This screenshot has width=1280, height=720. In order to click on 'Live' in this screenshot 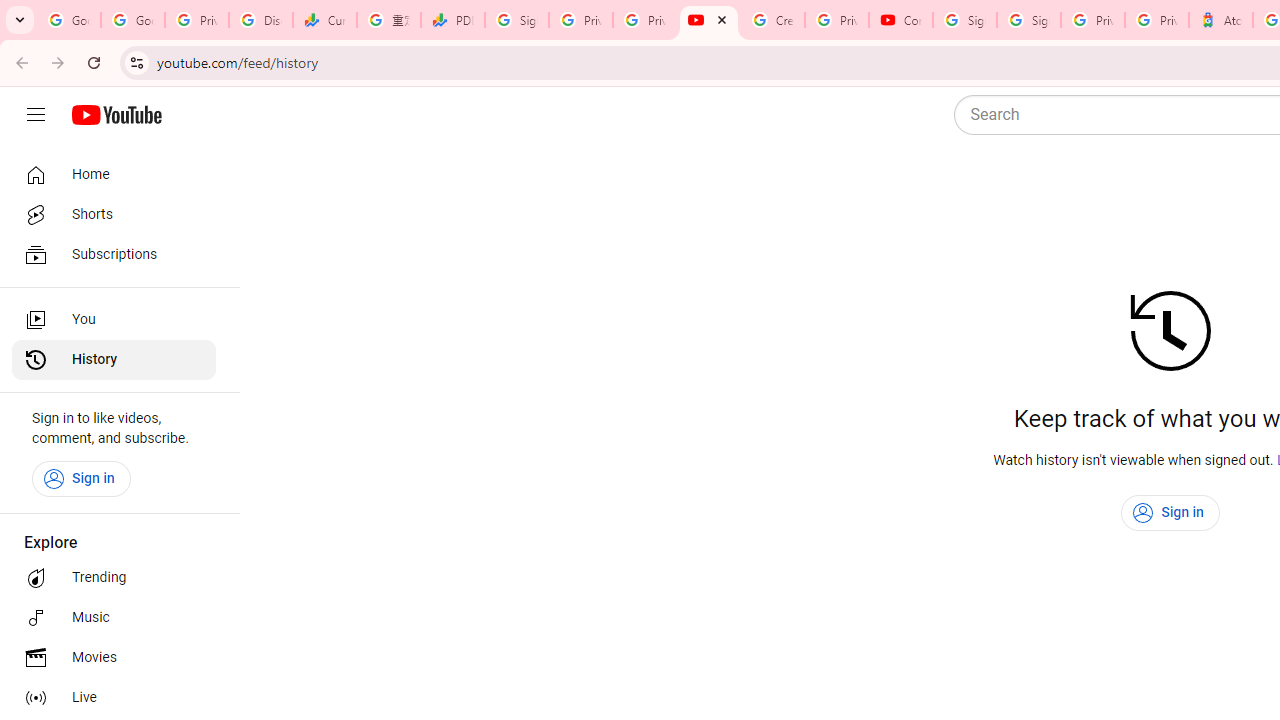, I will do `click(112, 697)`.